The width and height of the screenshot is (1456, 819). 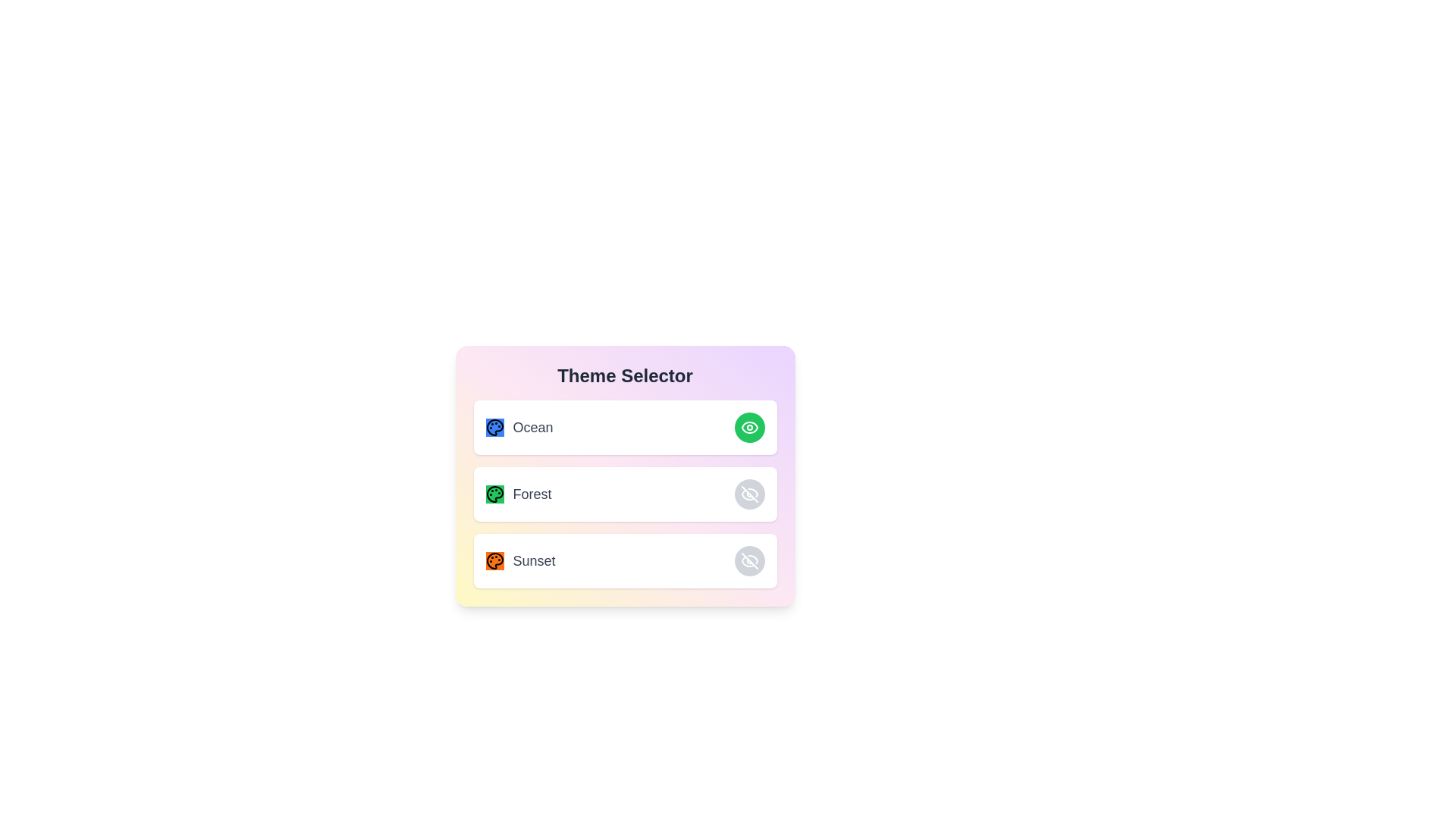 I want to click on the active theme indicator, which is the green button with an eye icon, so click(x=749, y=427).